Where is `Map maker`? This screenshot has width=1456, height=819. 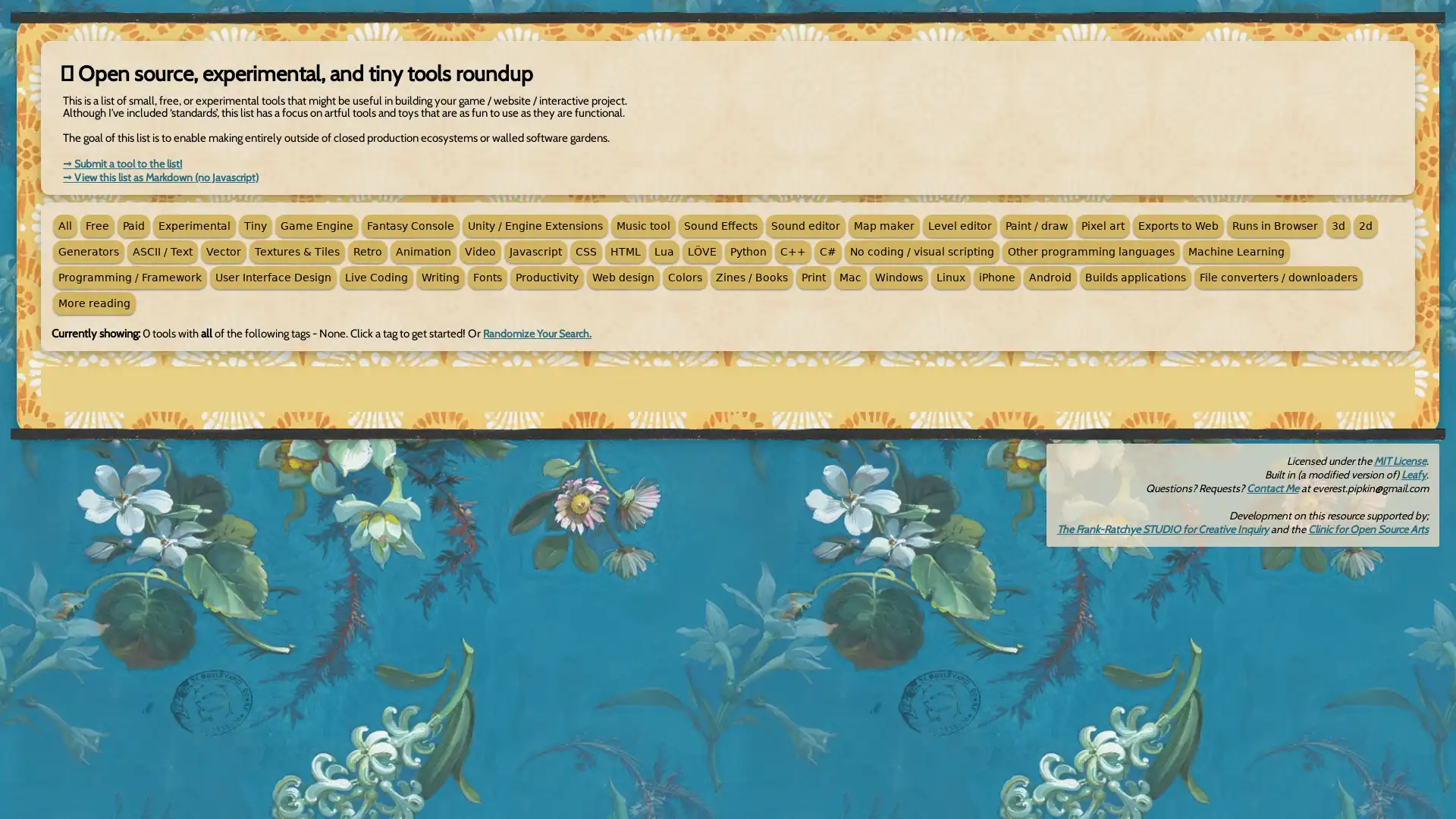
Map maker is located at coordinates (884, 225).